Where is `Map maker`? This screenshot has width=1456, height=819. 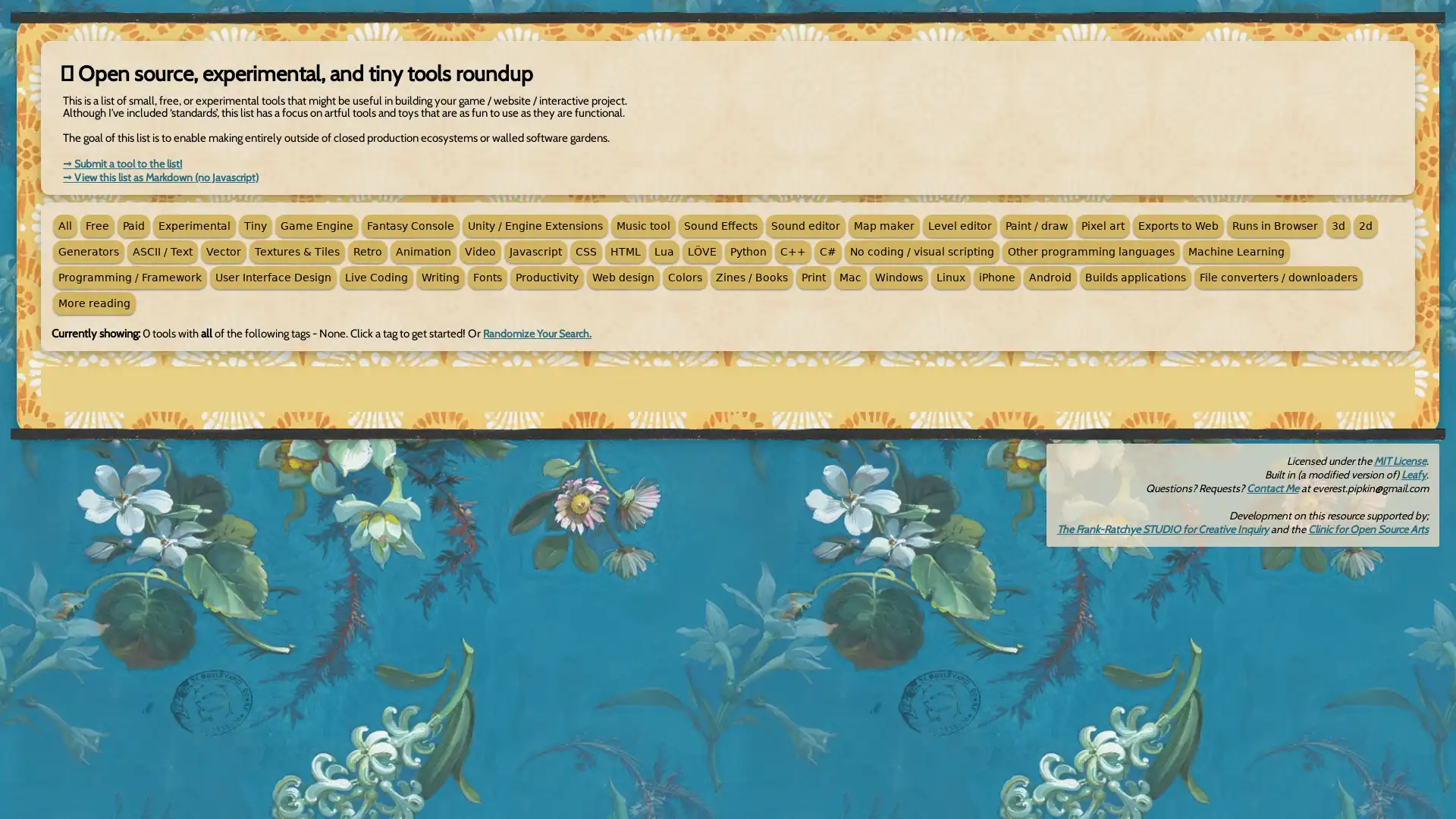
Map maker is located at coordinates (884, 225).